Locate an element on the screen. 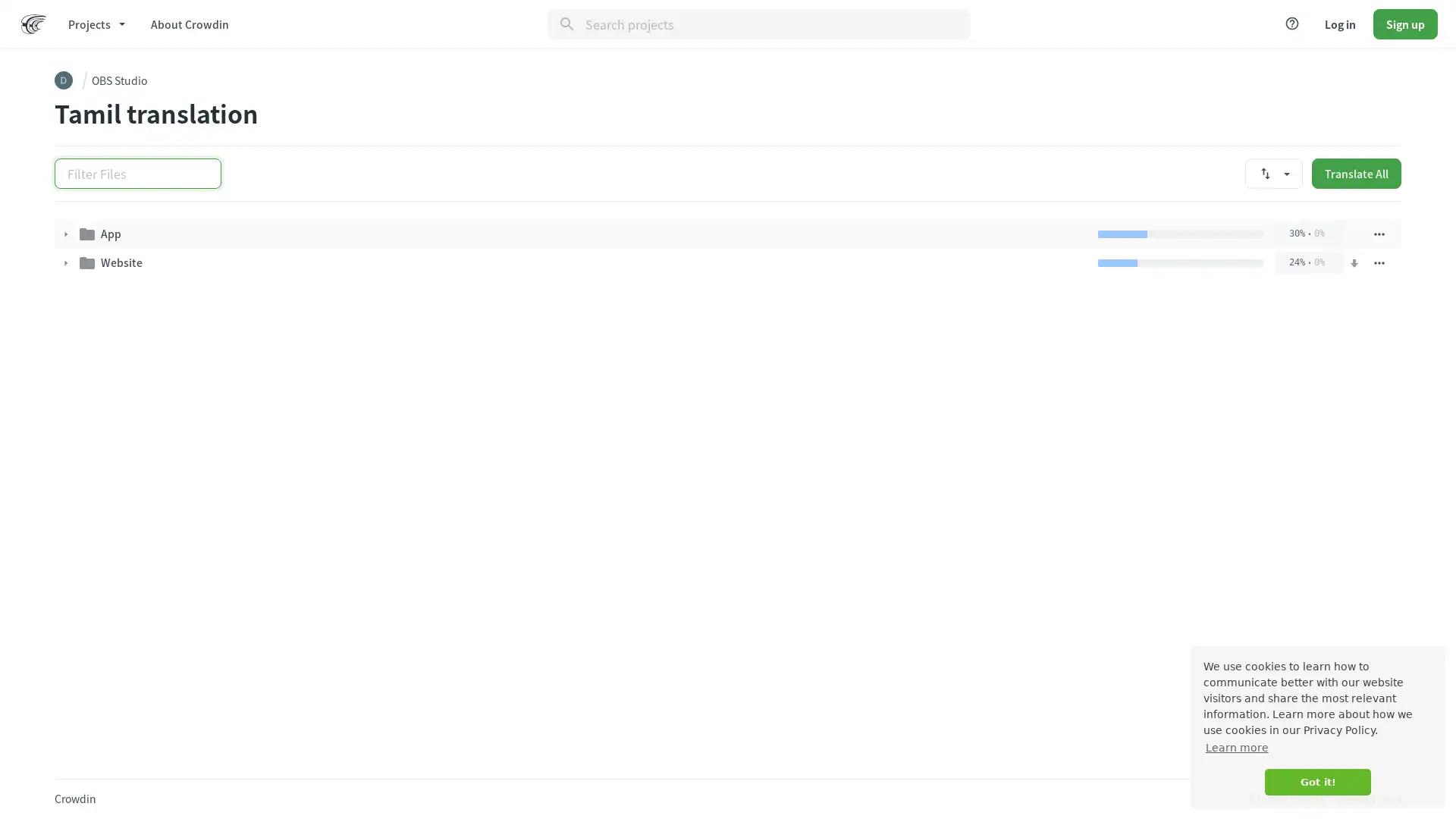 This screenshot has width=1456, height=819. Projects is located at coordinates (95, 23).